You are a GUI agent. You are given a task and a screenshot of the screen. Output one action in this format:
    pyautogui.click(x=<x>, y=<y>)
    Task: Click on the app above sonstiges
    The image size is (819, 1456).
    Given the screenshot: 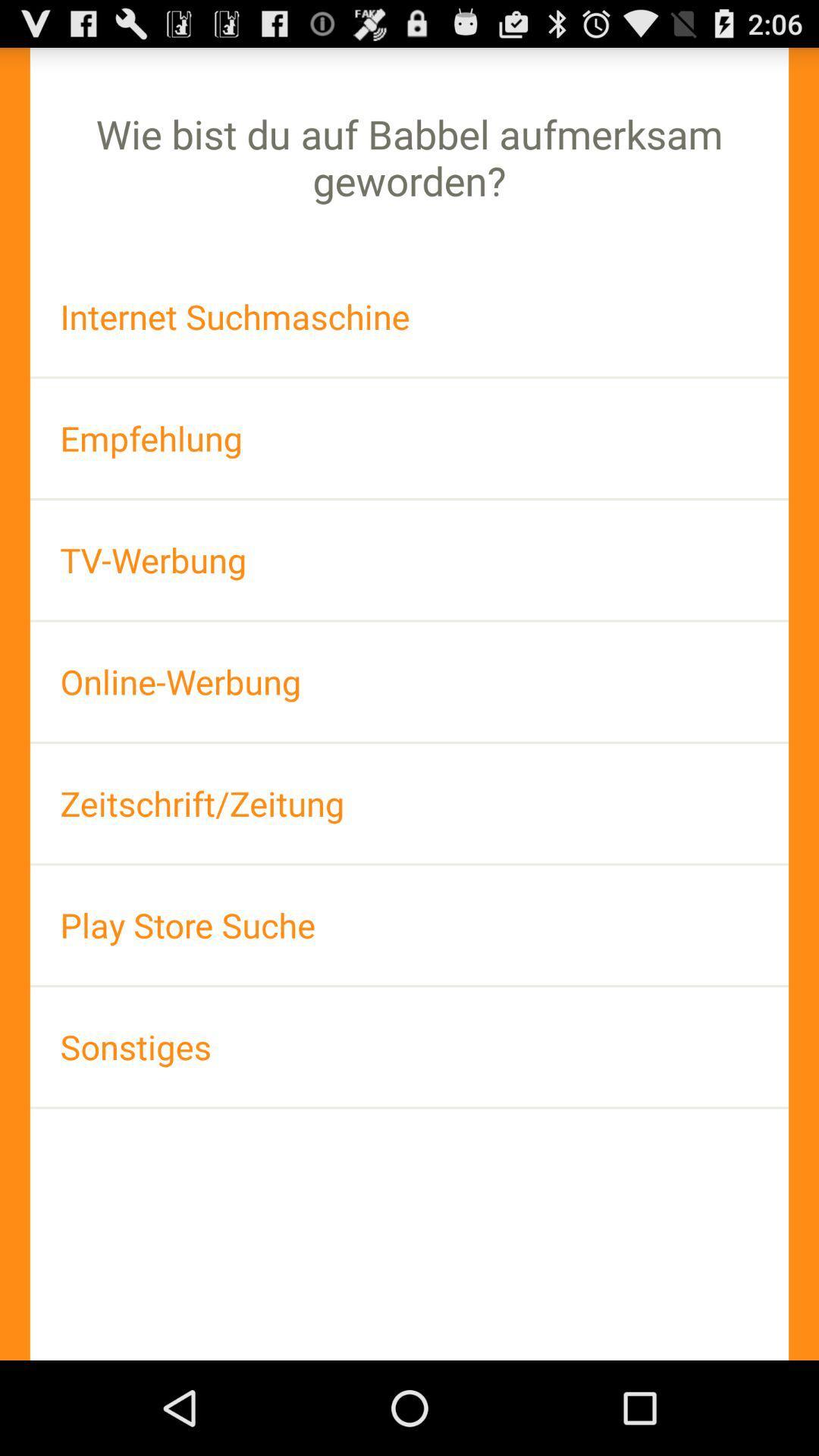 What is the action you would take?
    pyautogui.click(x=409, y=924)
    